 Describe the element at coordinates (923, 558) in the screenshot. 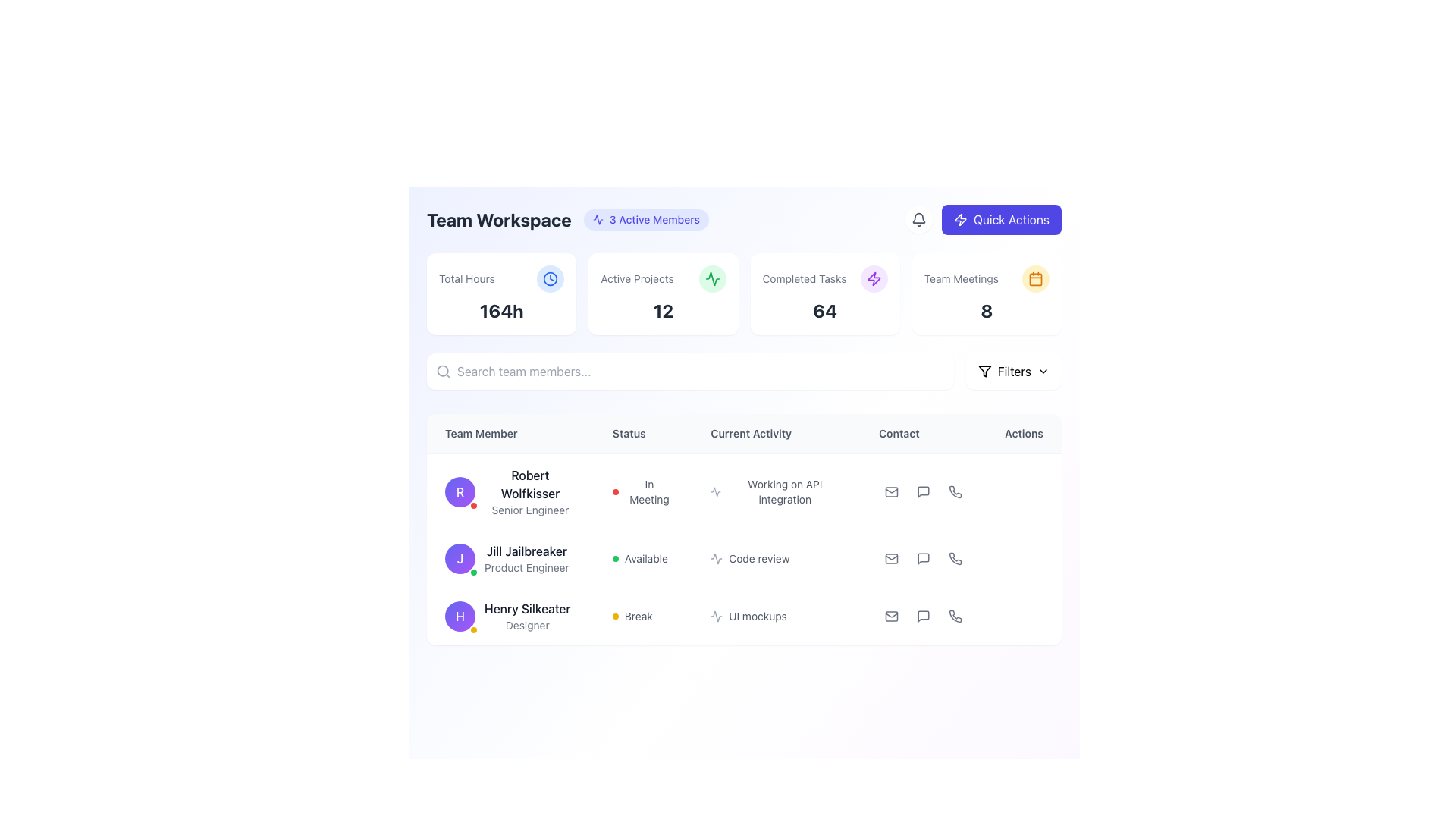

I see `the speech bubble icon in the 'Contact' column associated with user 'Jill Jailbreaker'` at that location.